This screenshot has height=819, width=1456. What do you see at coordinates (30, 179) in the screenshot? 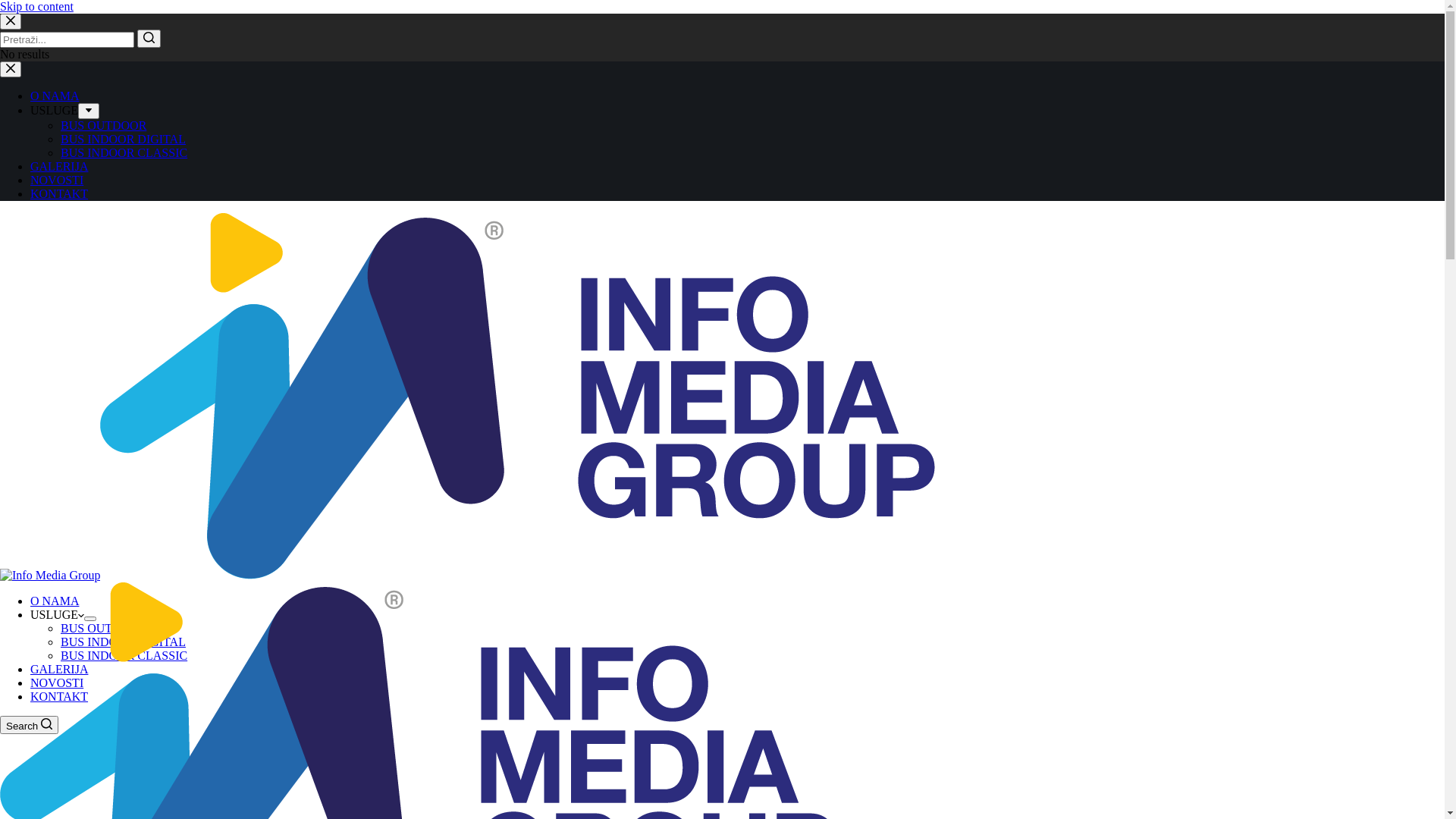
I see `'NOVOSTI'` at bounding box center [30, 179].